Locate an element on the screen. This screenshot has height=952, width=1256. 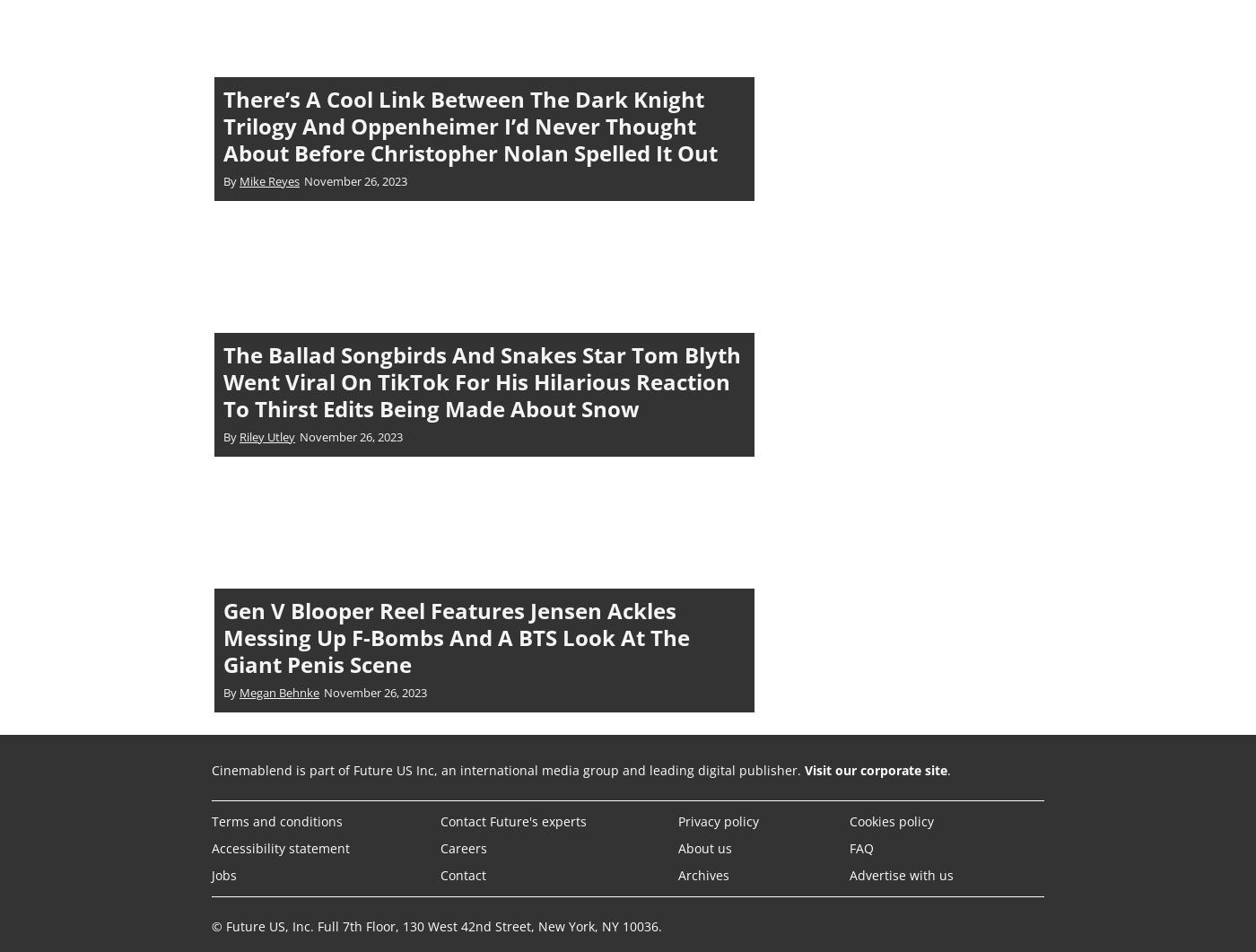
'Mike Reyes' is located at coordinates (269, 179).